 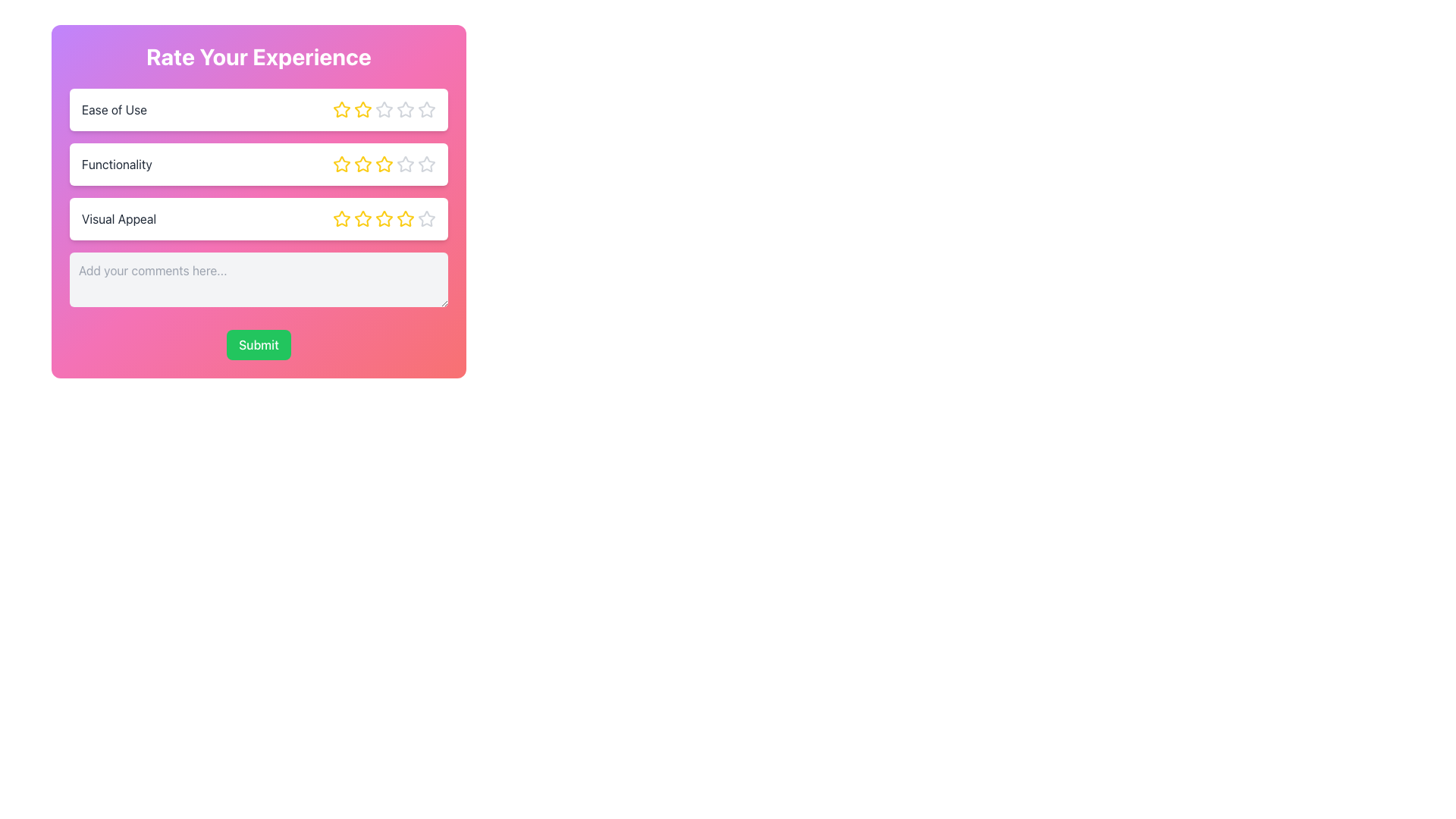 What do you see at coordinates (384, 108) in the screenshot?
I see `the fourth star icon in the Ease of Use rating section` at bounding box center [384, 108].